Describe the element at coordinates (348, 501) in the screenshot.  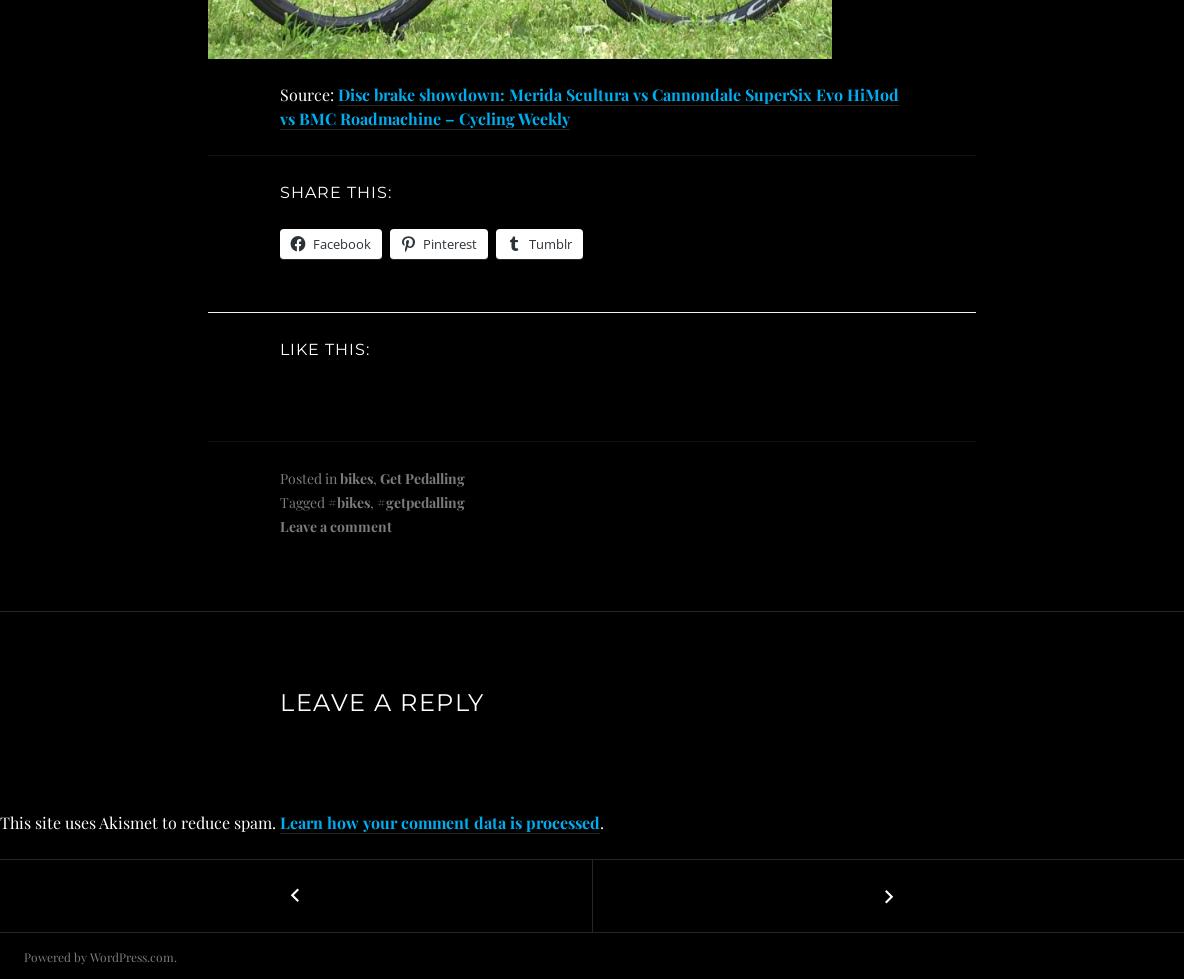
I see `'#bikes'` at that location.